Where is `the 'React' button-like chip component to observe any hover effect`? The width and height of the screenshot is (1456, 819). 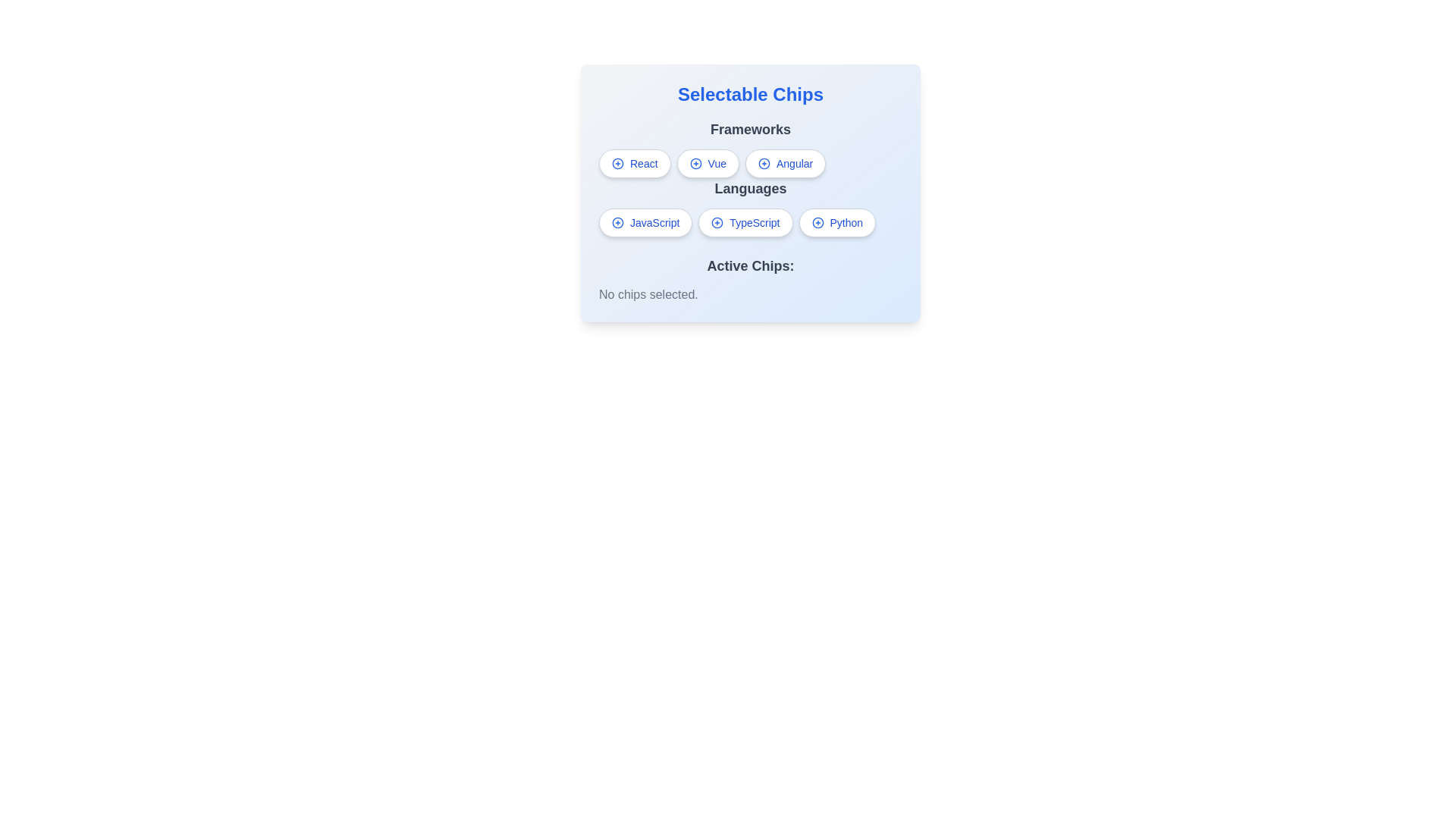 the 'React' button-like chip component to observe any hover effect is located at coordinates (635, 164).